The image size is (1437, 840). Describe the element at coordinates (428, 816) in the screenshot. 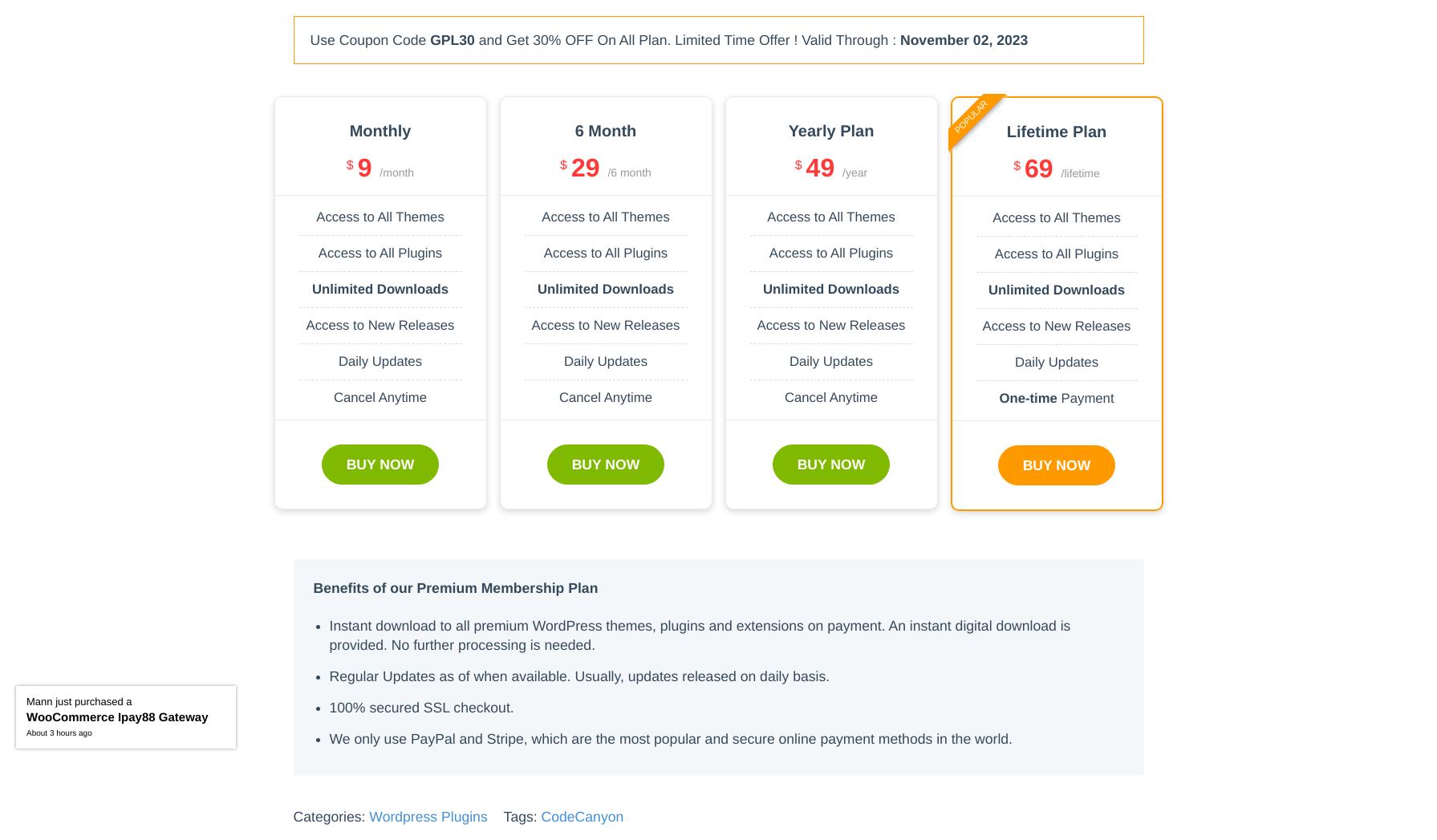

I see `'Wordpress Plugins'` at that location.